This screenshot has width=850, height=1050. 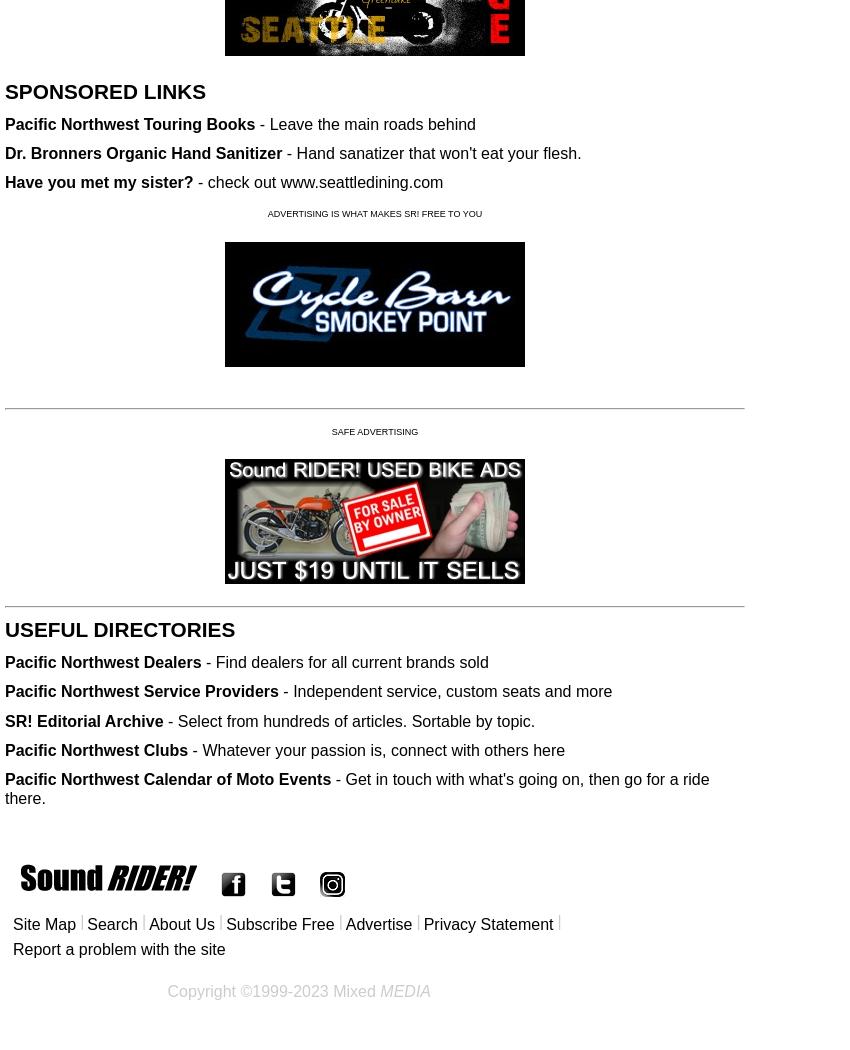 What do you see at coordinates (373, 212) in the screenshot?
I see `'ADVERTISING IS WHAT MAKES SR! FREE TO YOU'` at bounding box center [373, 212].